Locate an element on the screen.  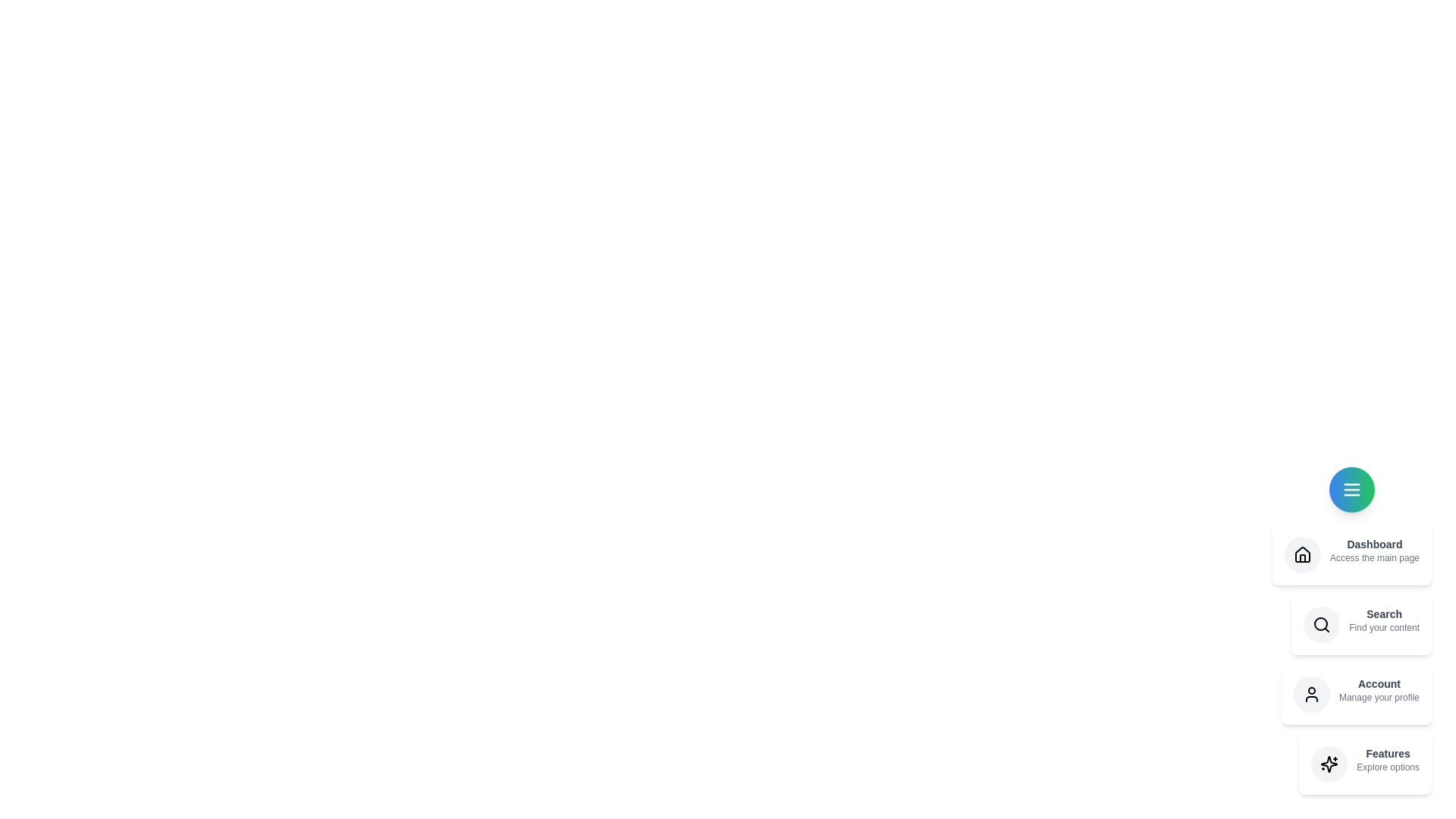
the icon corresponding to Dashboard in the speed dial menu is located at coordinates (1302, 555).